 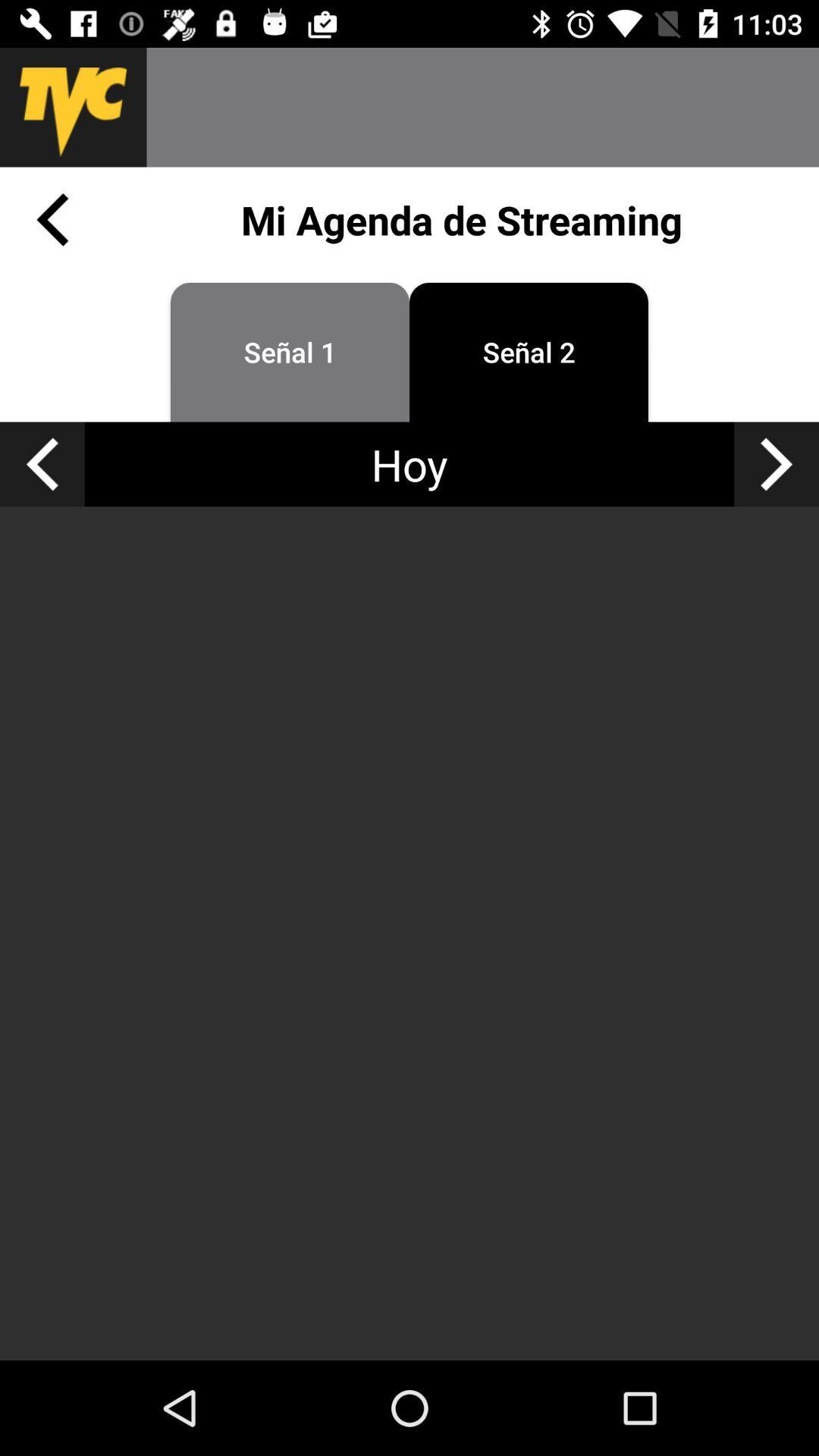 What do you see at coordinates (528, 351) in the screenshot?
I see `item above the hoy app` at bounding box center [528, 351].